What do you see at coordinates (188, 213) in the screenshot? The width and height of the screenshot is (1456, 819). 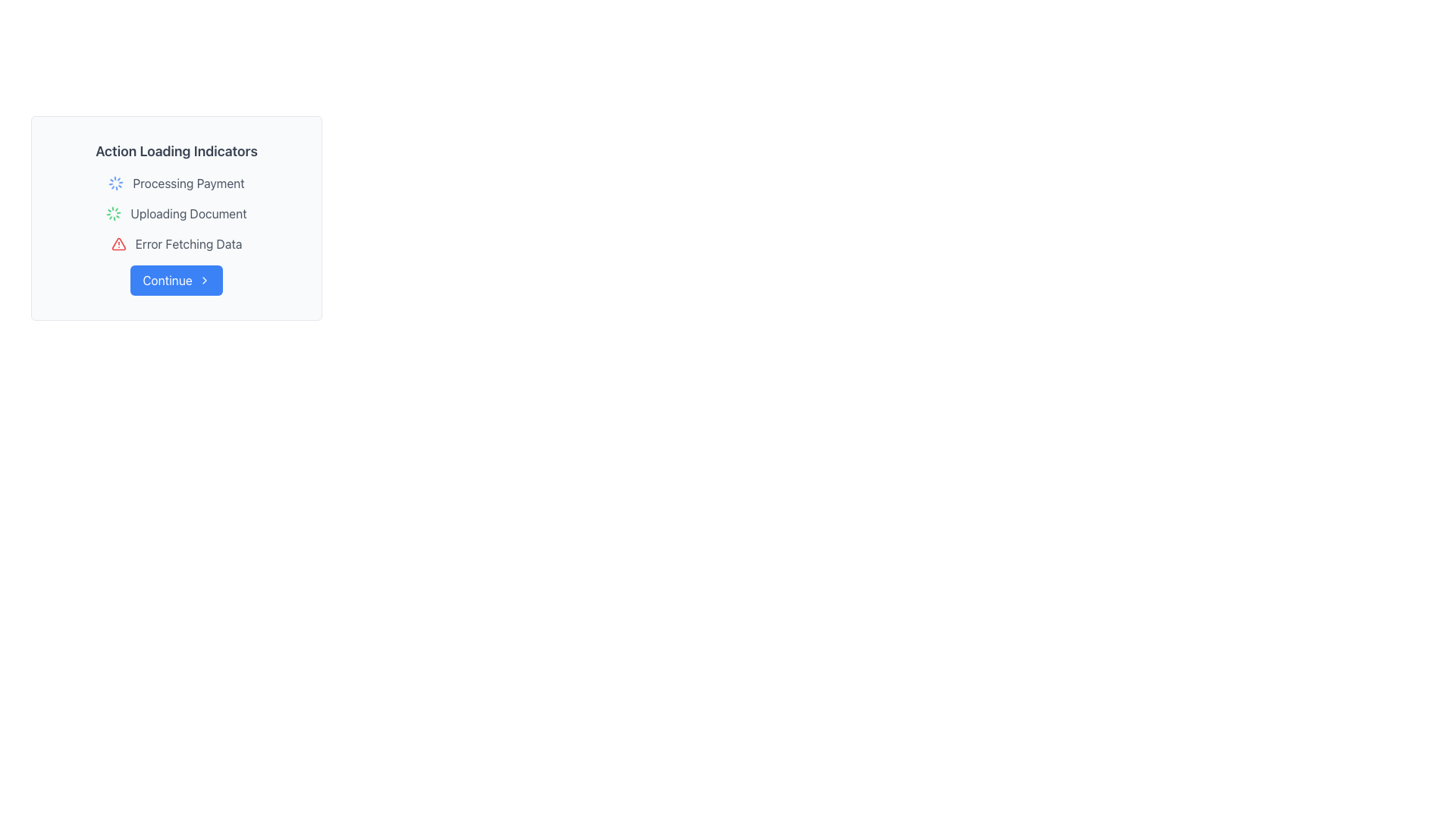 I see `the Text Label element displaying 'Uploading Document' which is part of the action states list in the 'Action Loading Indicators' box` at bounding box center [188, 213].